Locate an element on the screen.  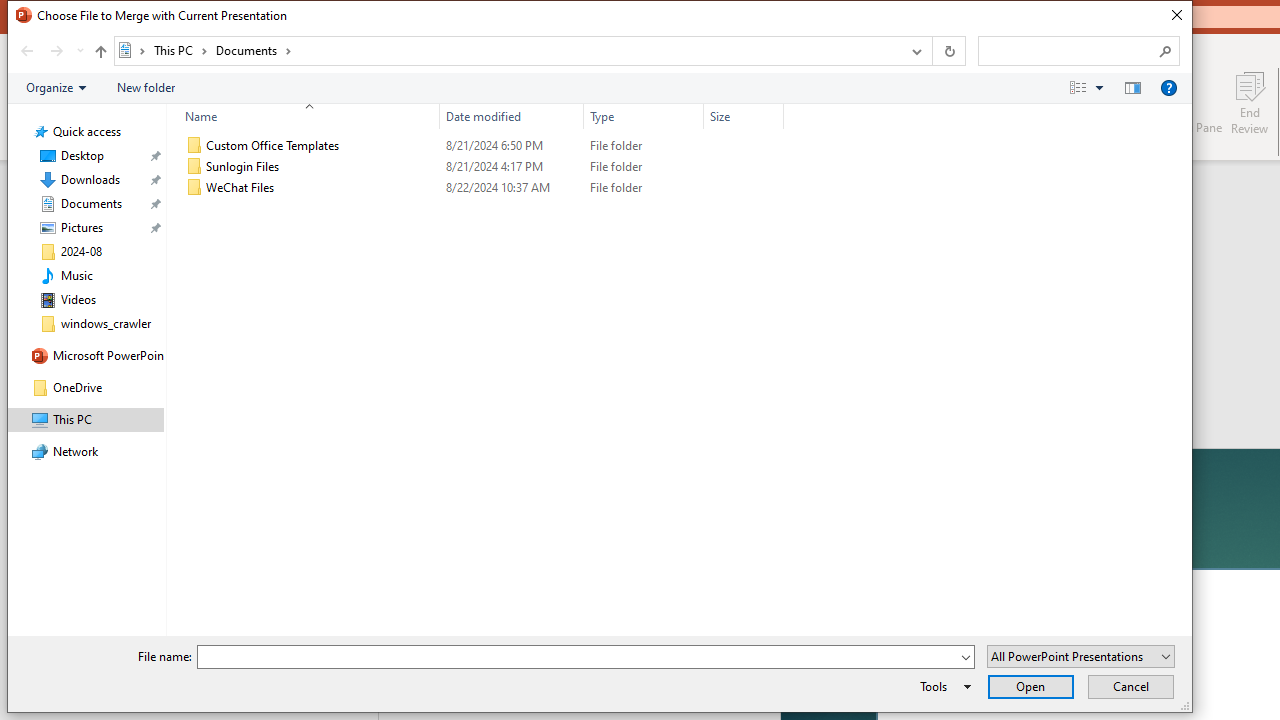
'Forward (Alt + Right Arrow)' is located at coordinates (56, 50).